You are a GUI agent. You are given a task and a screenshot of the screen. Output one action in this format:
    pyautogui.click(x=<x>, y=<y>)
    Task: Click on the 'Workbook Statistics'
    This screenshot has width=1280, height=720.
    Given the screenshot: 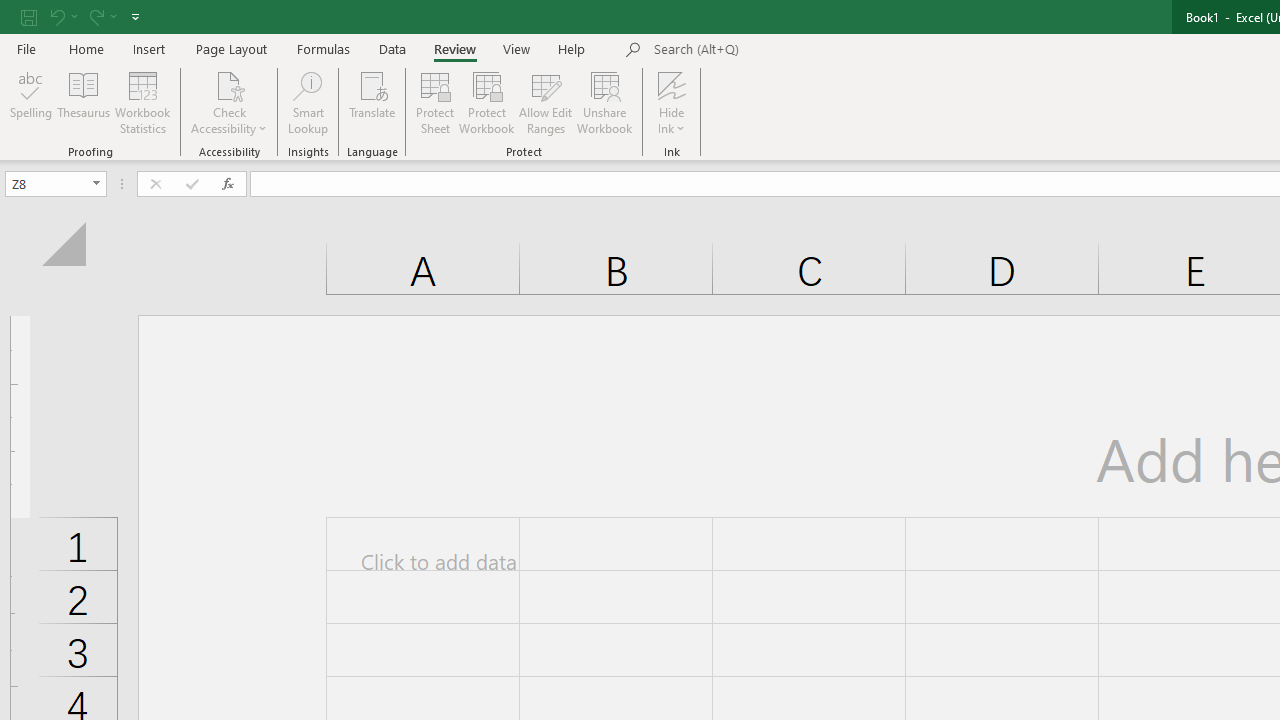 What is the action you would take?
    pyautogui.click(x=141, y=103)
    